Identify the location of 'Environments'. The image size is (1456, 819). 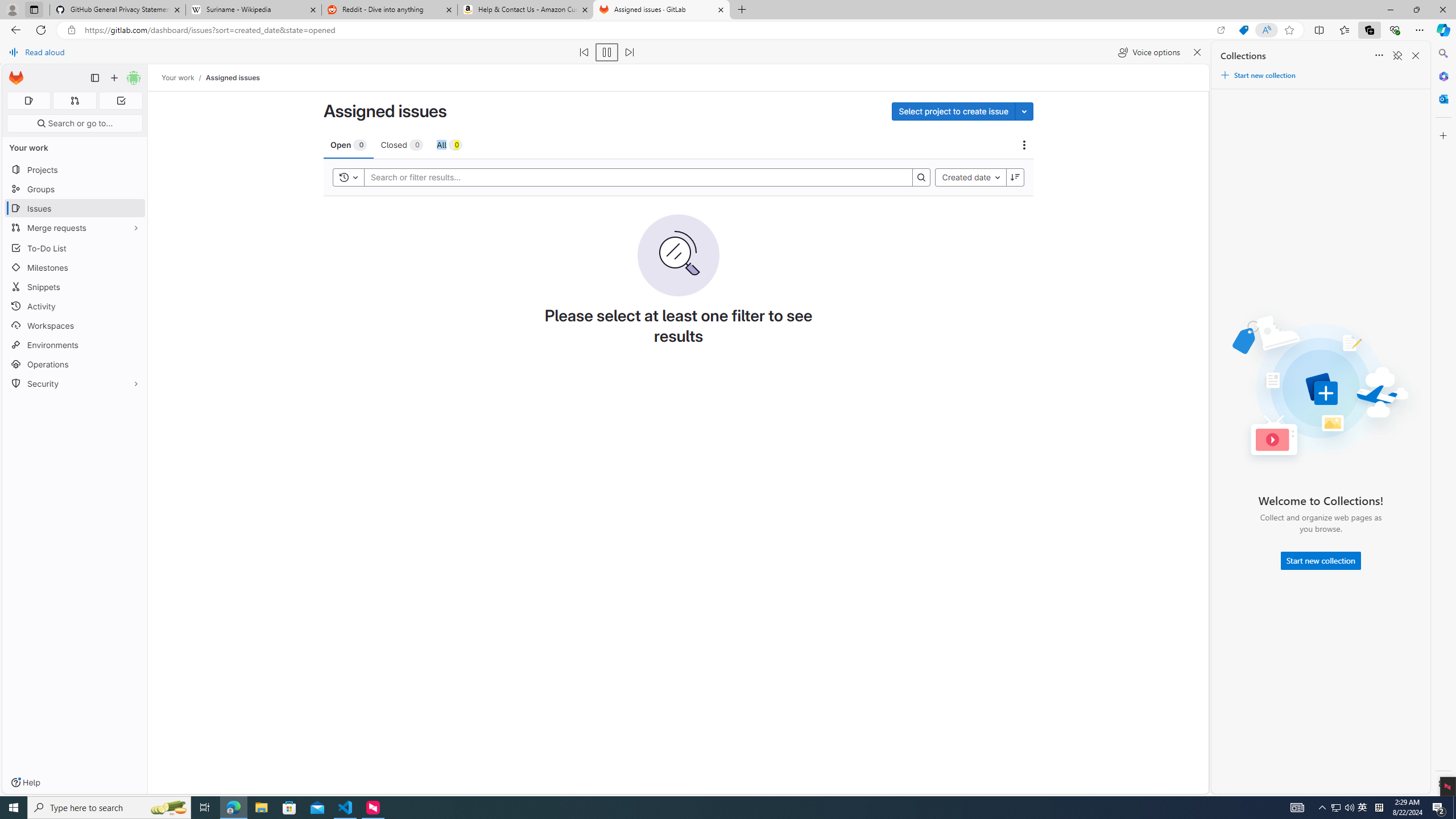
(74, 344).